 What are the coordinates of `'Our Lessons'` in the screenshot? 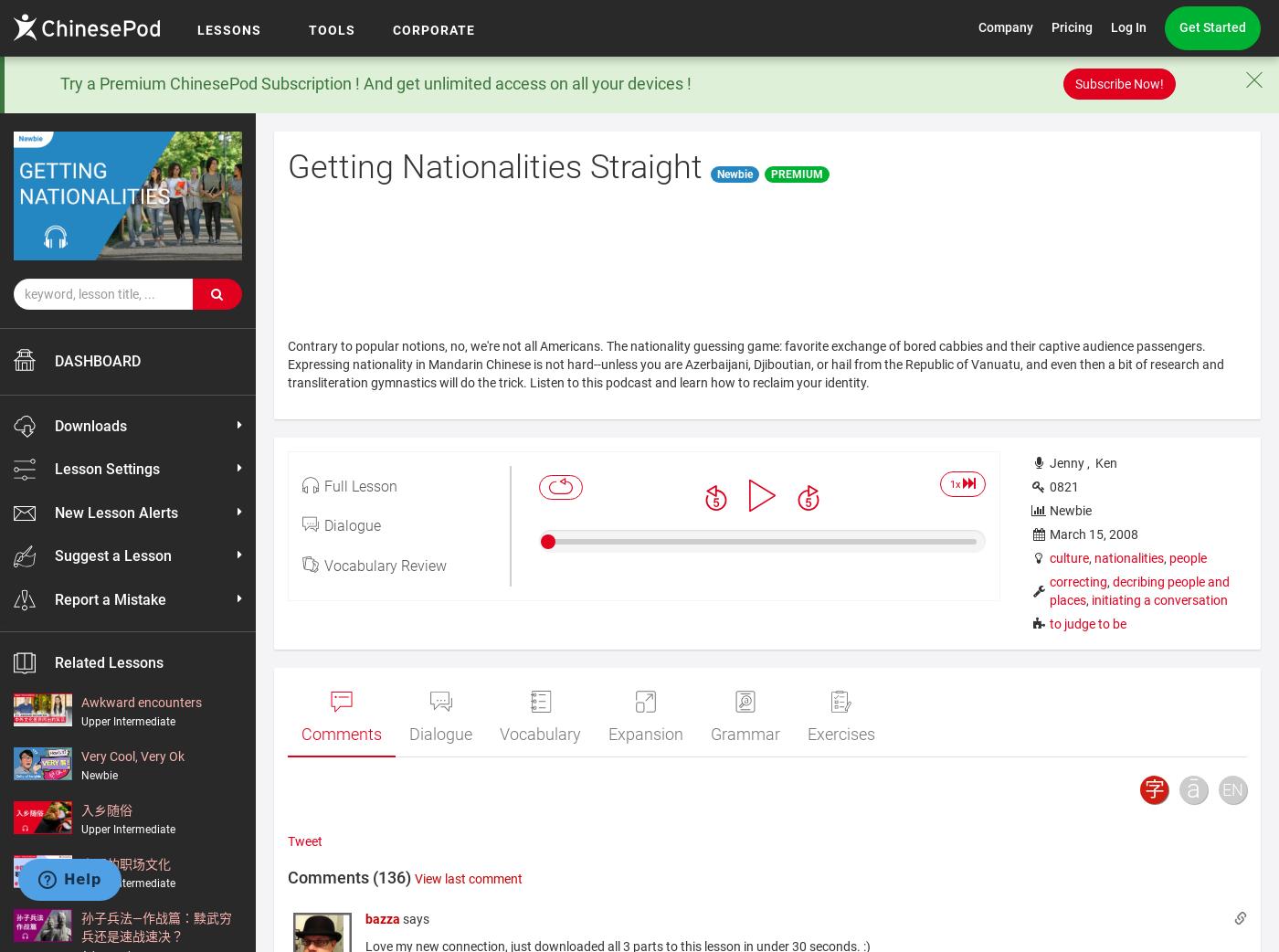 It's located at (391, 87).